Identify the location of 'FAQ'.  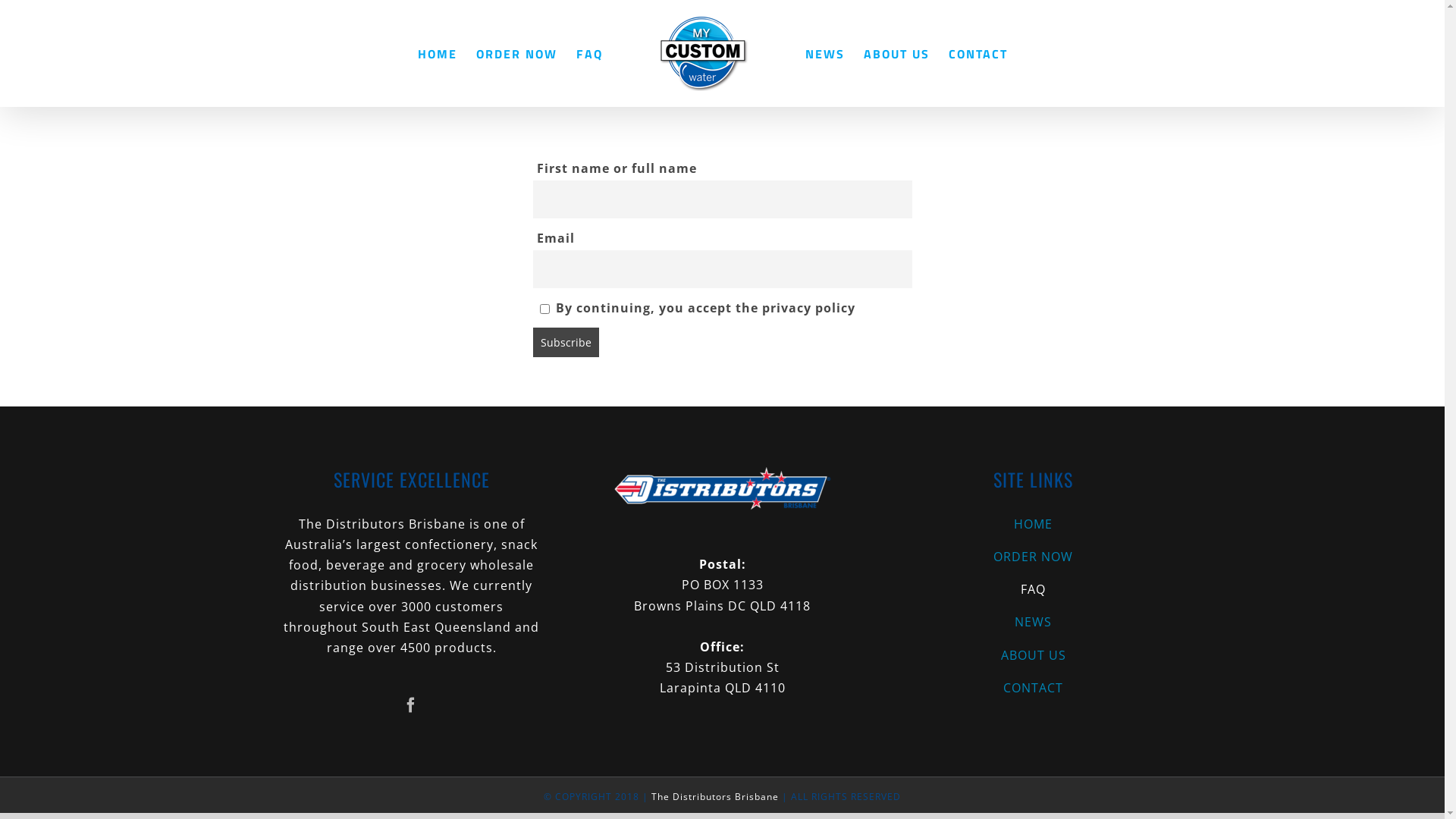
(588, 52).